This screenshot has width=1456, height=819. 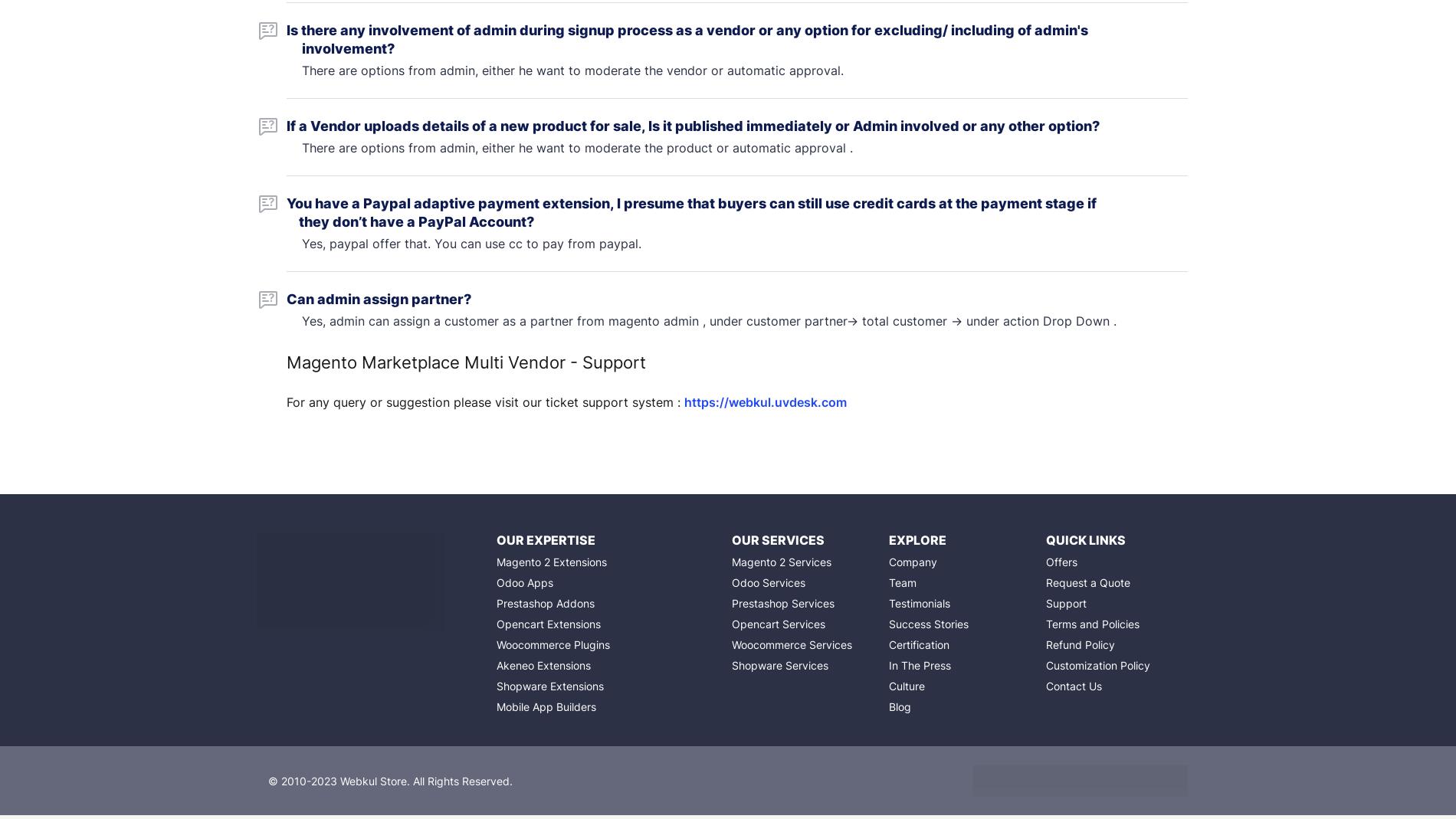 What do you see at coordinates (546, 624) in the screenshot?
I see `'Opencart Extensions'` at bounding box center [546, 624].